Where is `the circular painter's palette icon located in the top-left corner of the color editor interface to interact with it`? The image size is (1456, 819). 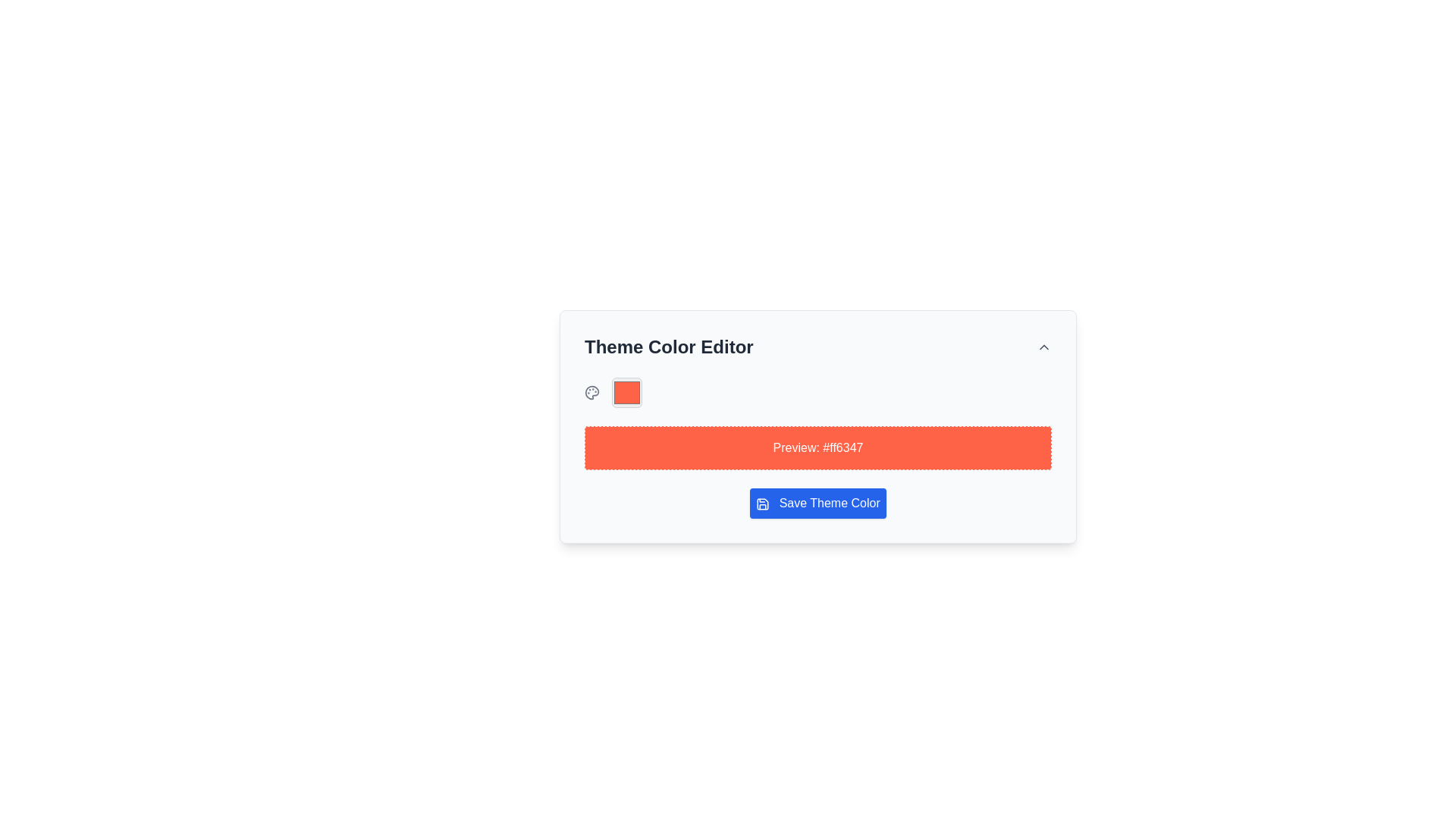
the circular painter's palette icon located in the top-left corner of the color editor interface to interact with it is located at coordinates (591, 391).